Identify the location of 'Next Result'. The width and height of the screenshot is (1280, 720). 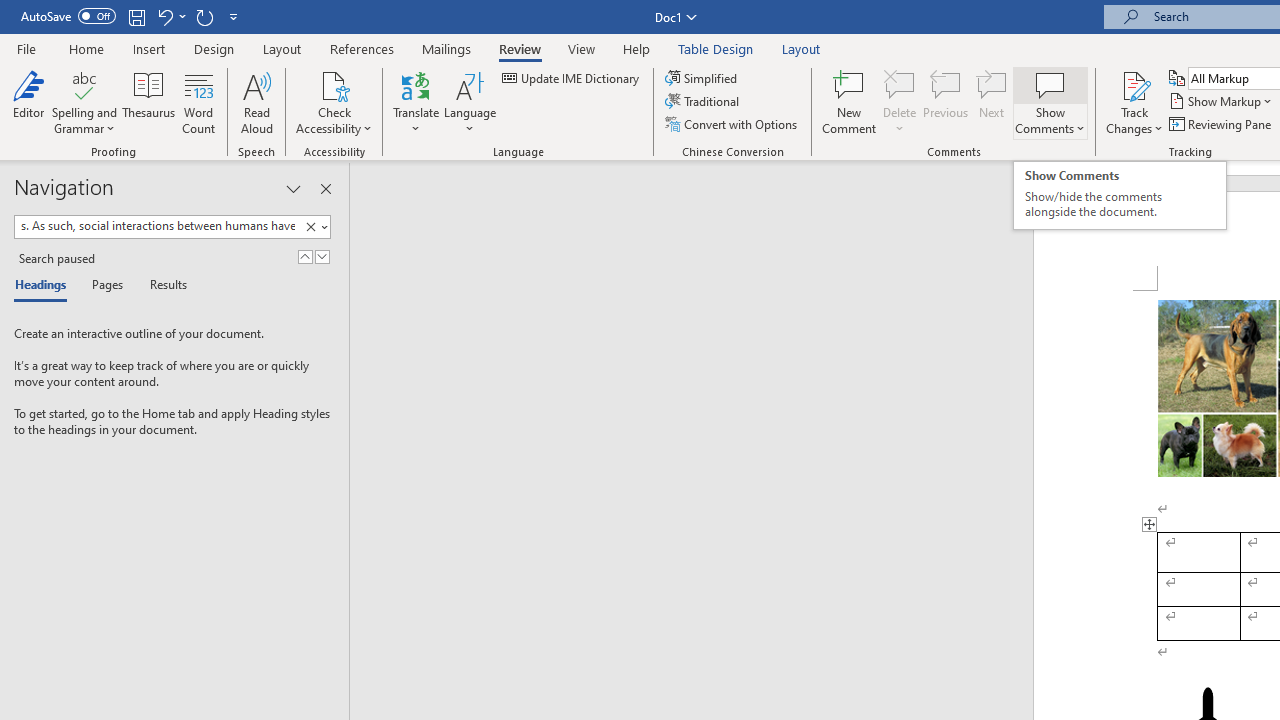
(322, 256).